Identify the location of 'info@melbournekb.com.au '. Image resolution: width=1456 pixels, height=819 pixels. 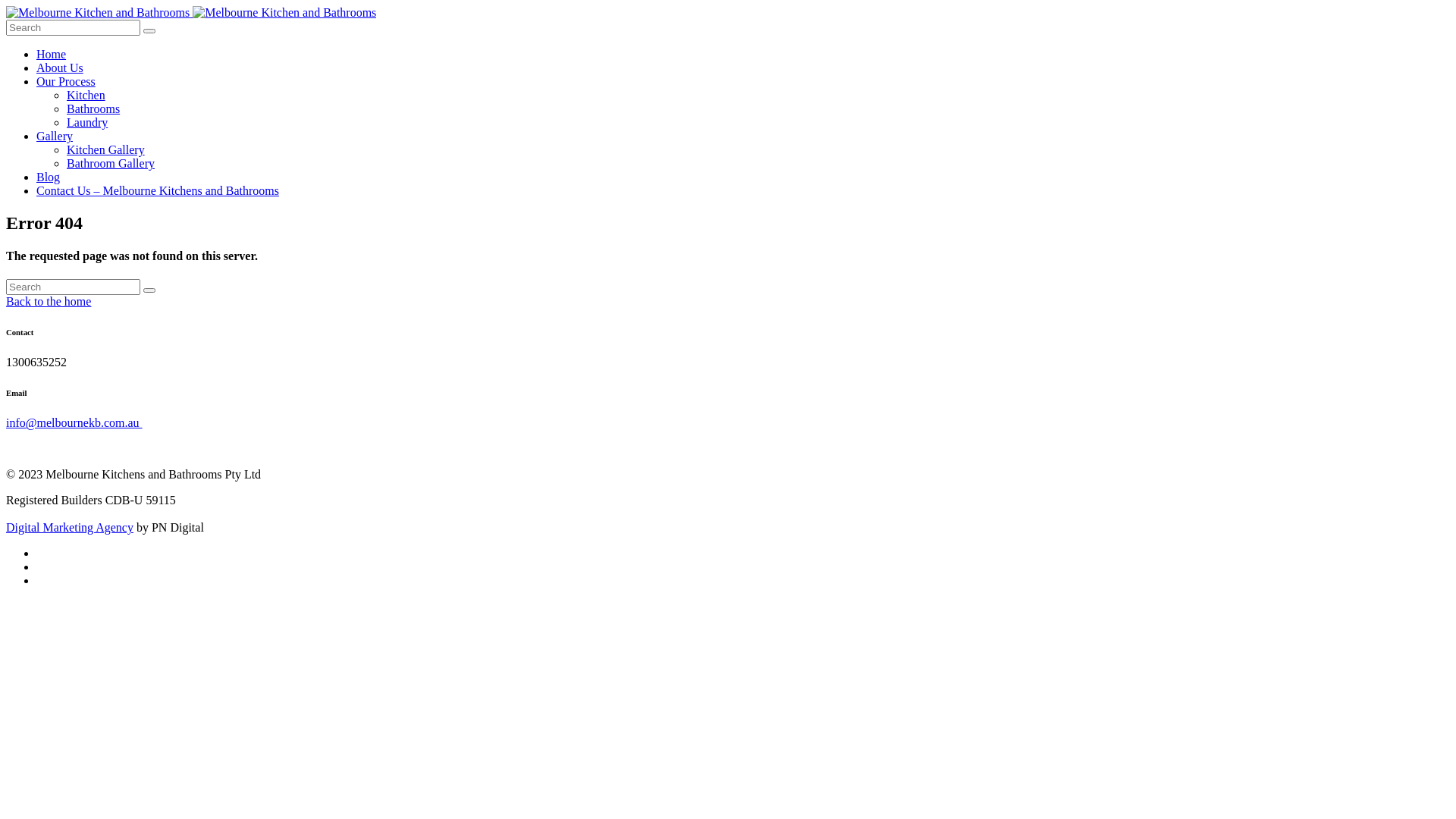
(73, 422).